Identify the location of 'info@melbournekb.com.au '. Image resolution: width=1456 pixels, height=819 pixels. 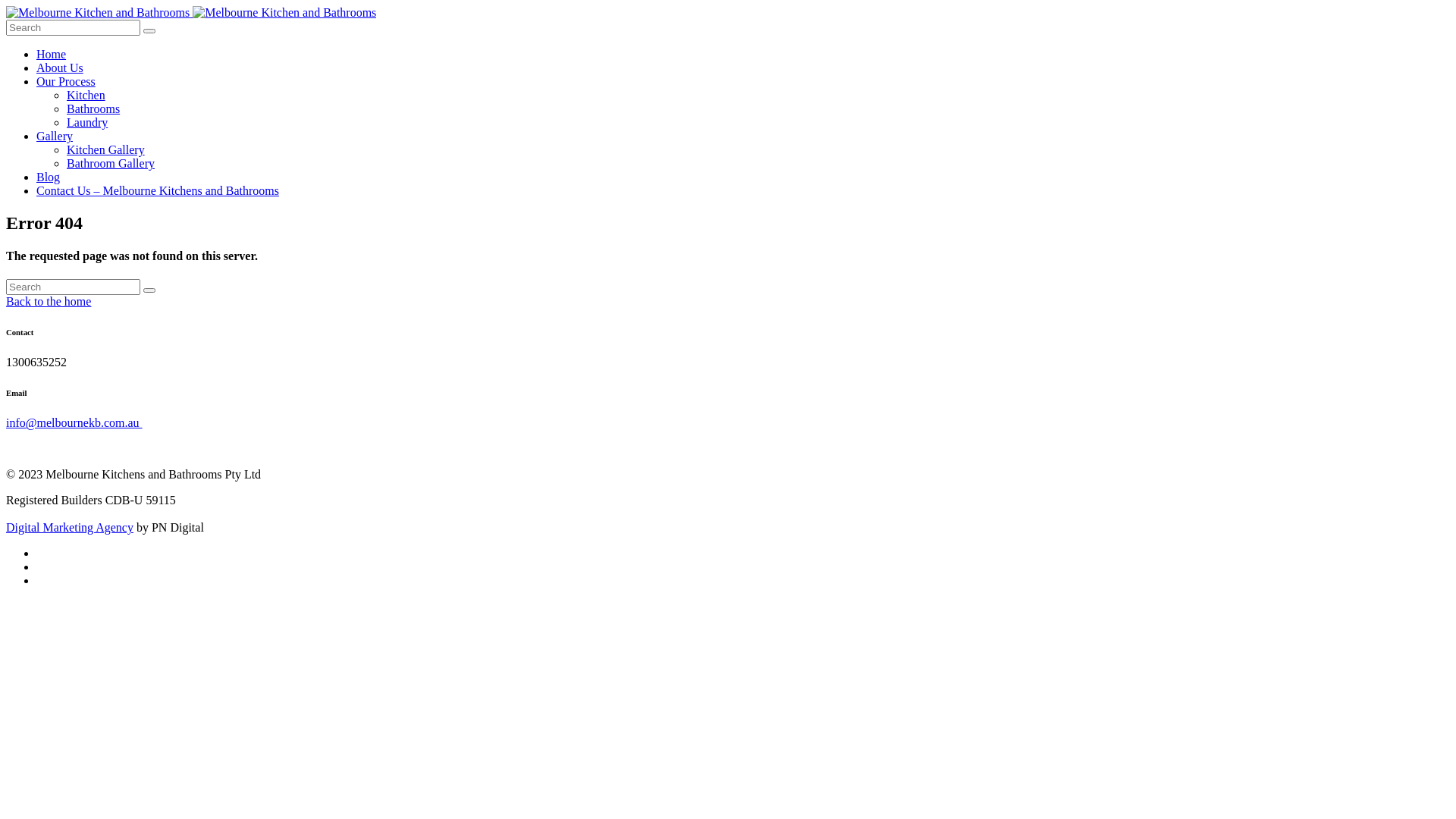
(73, 422).